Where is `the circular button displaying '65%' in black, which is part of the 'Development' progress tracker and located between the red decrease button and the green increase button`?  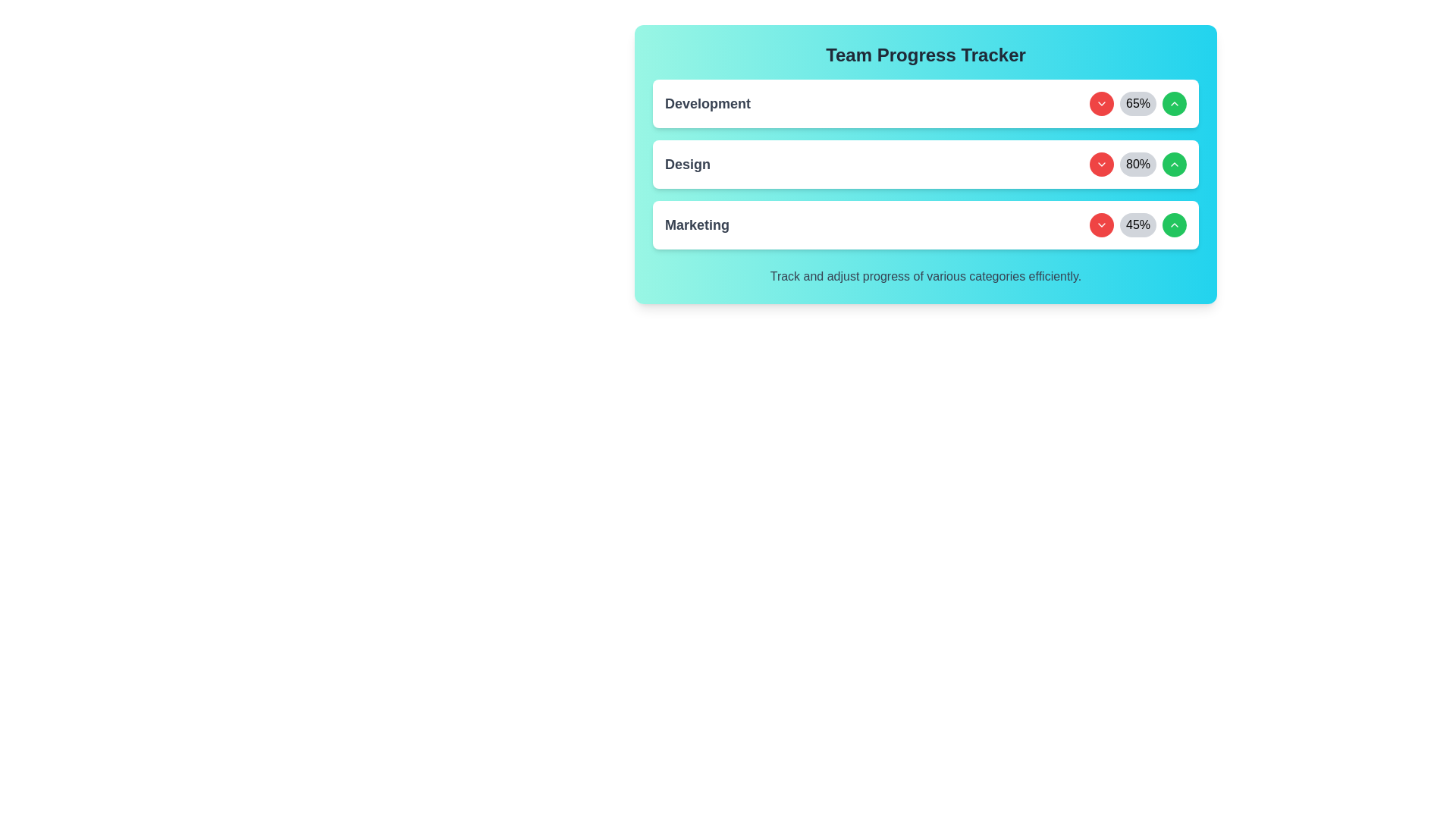 the circular button displaying '65%' in black, which is part of the 'Development' progress tracker and located between the red decrease button and the green increase button is located at coordinates (1138, 103).